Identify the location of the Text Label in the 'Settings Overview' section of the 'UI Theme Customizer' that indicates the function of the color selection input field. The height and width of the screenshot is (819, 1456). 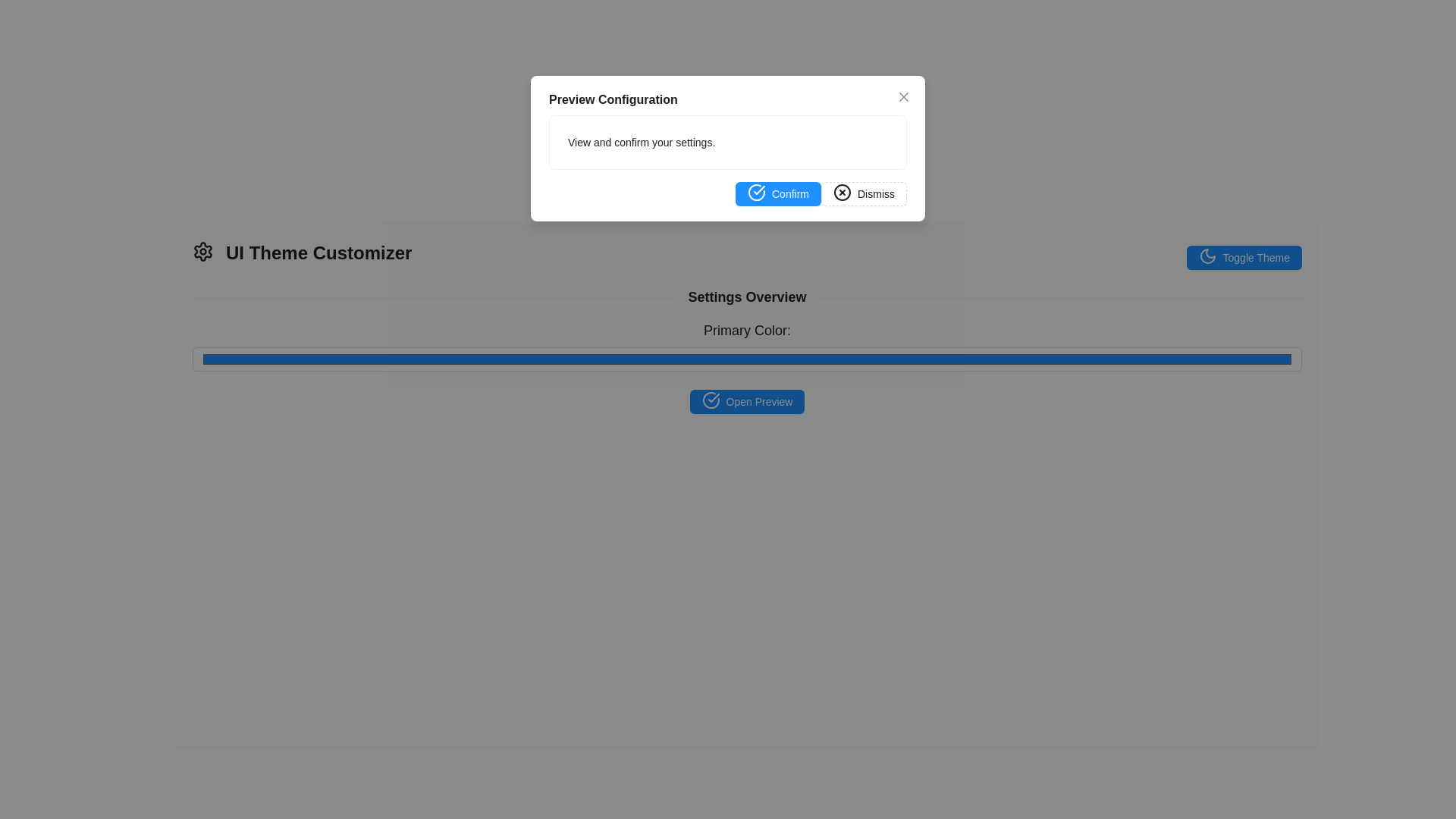
(747, 329).